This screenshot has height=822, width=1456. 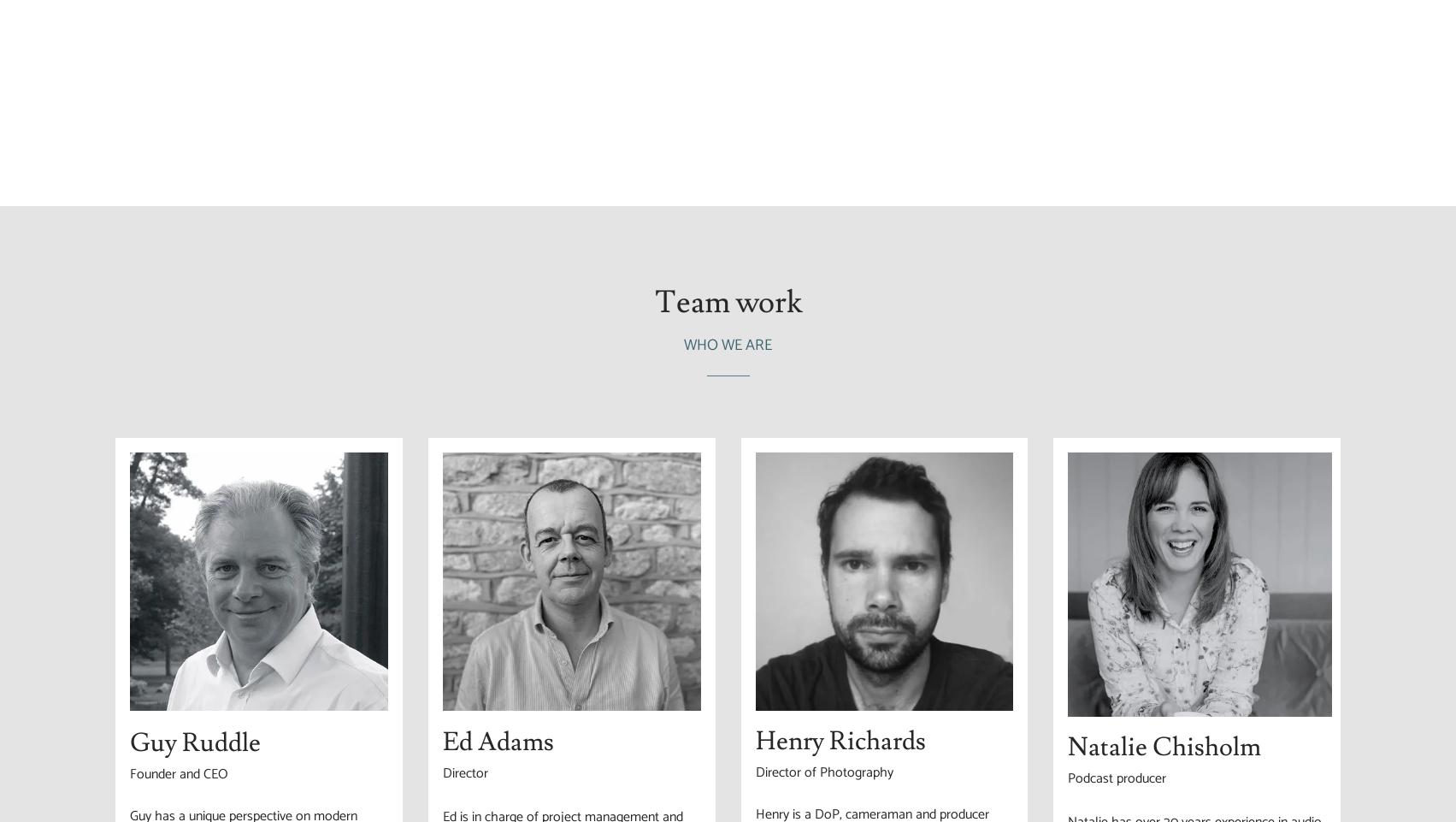 What do you see at coordinates (727, 302) in the screenshot?
I see `'Team work'` at bounding box center [727, 302].